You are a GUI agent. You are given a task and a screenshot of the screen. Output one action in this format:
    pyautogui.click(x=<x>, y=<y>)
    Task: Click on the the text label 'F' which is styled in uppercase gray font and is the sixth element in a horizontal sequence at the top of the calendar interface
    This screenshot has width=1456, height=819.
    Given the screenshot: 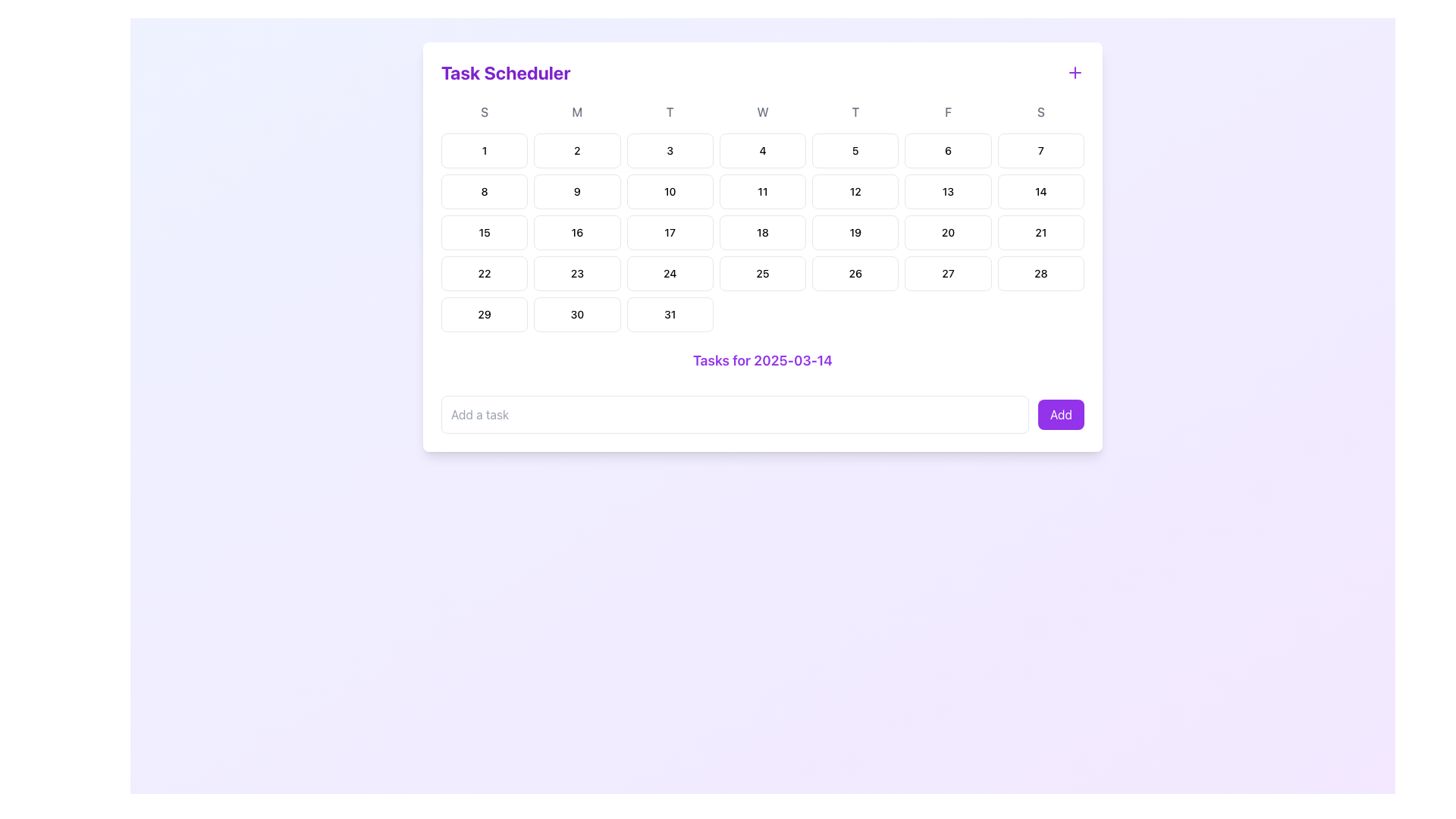 What is the action you would take?
    pyautogui.click(x=947, y=111)
    